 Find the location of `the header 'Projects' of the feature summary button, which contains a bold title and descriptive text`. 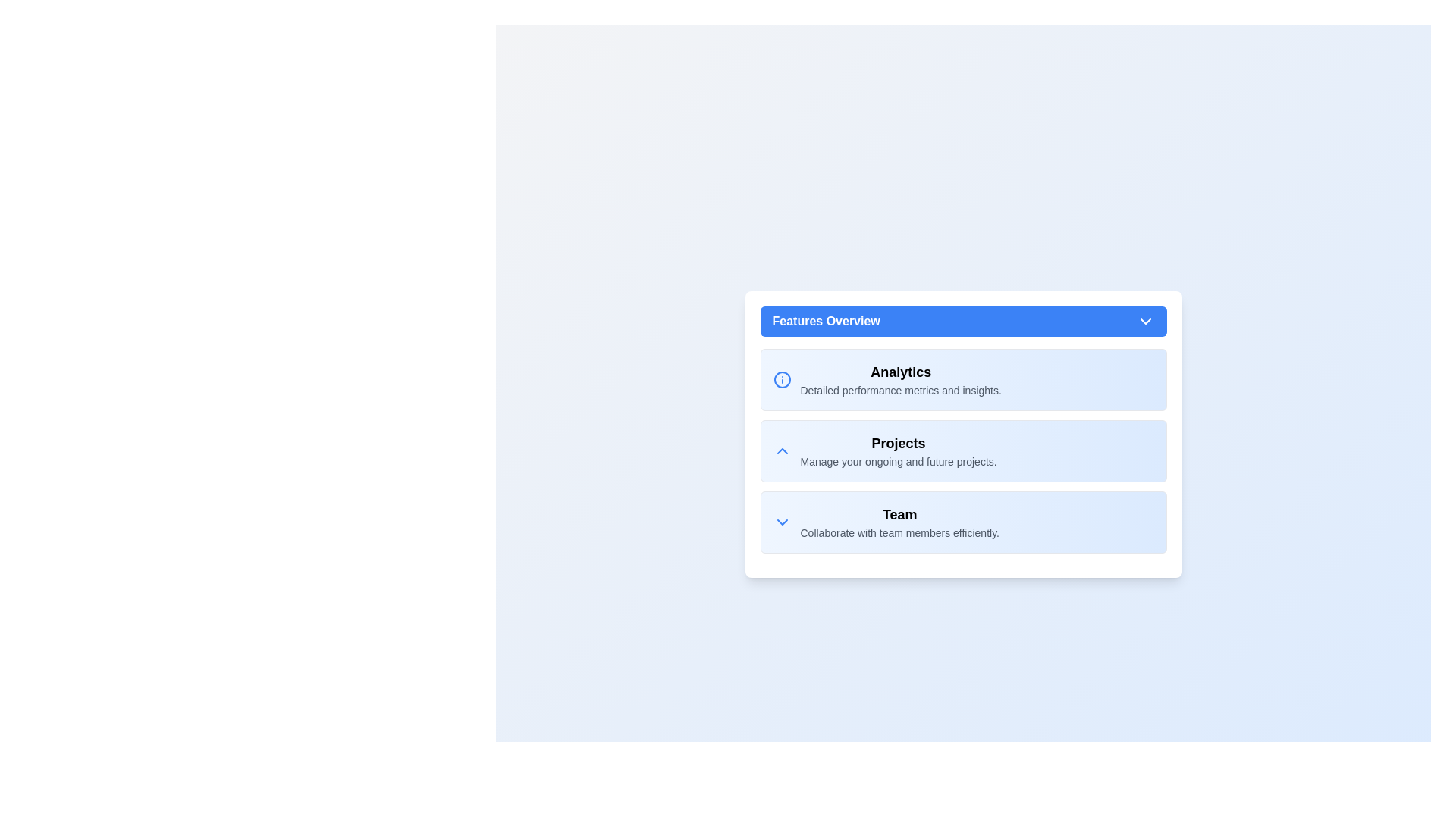

the header 'Projects' of the feature summary button, which contains a bold title and descriptive text is located at coordinates (962, 450).